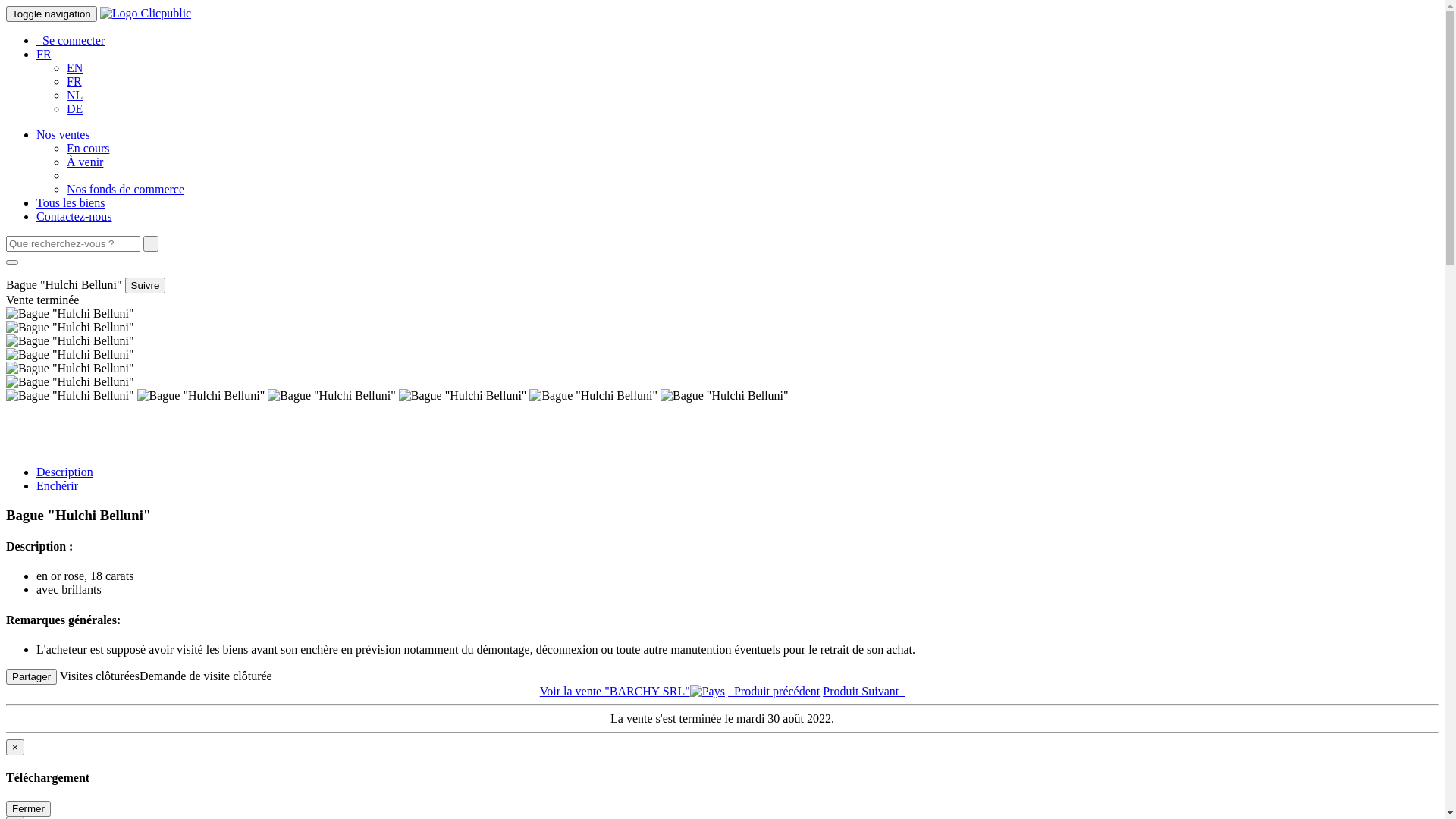 The width and height of the screenshot is (1456, 819). What do you see at coordinates (69, 39) in the screenshot?
I see `'  Se connecter'` at bounding box center [69, 39].